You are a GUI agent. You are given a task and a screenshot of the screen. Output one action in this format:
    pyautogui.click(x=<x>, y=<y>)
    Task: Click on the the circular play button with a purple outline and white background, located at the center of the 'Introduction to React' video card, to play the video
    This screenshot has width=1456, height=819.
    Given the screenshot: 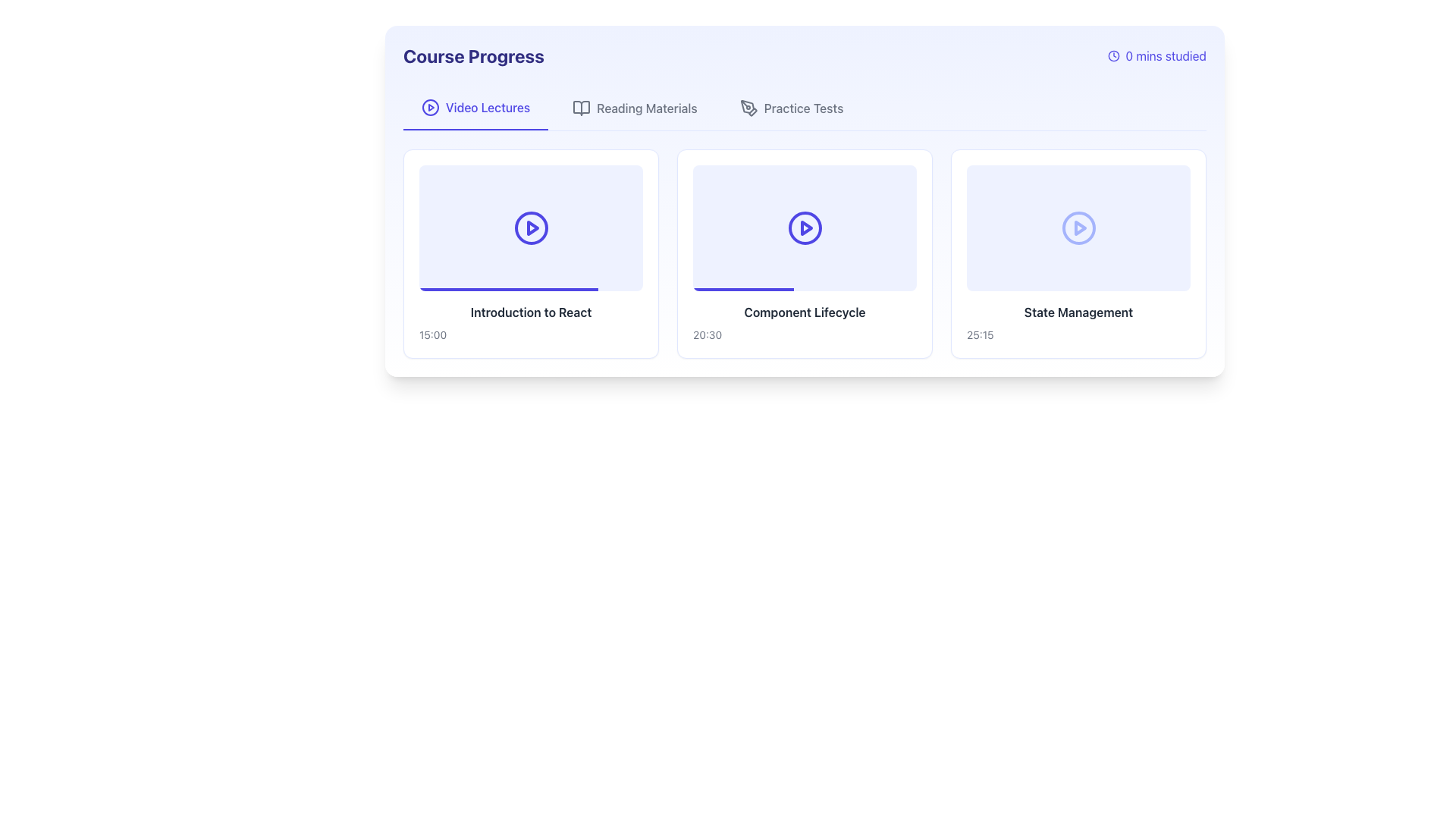 What is the action you would take?
    pyautogui.click(x=531, y=227)
    